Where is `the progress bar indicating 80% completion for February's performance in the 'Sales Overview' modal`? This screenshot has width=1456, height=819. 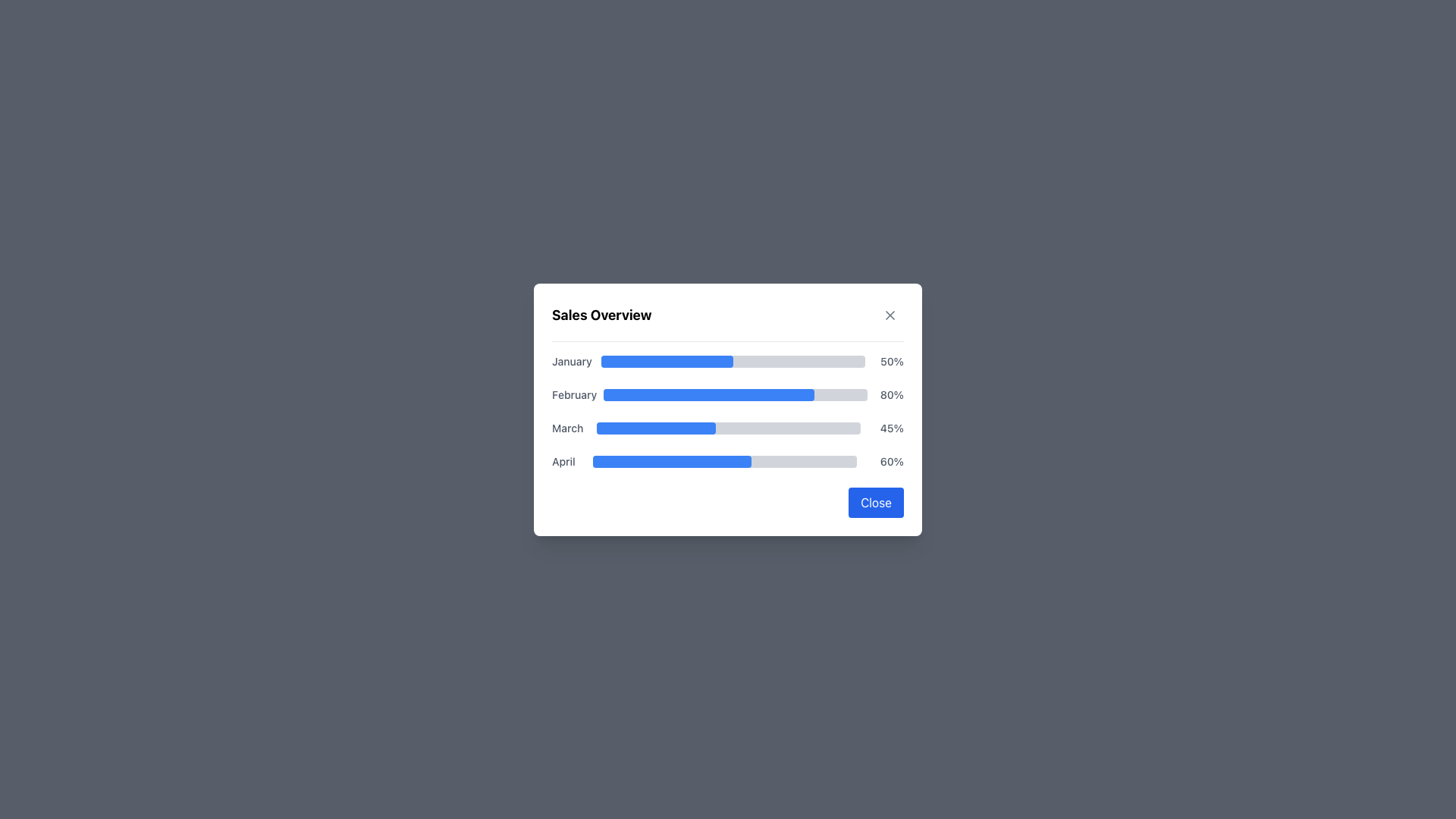
the progress bar indicating 80% completion for February's performance in the 'Sales Overview' modal is located at coordinates (708, 394).